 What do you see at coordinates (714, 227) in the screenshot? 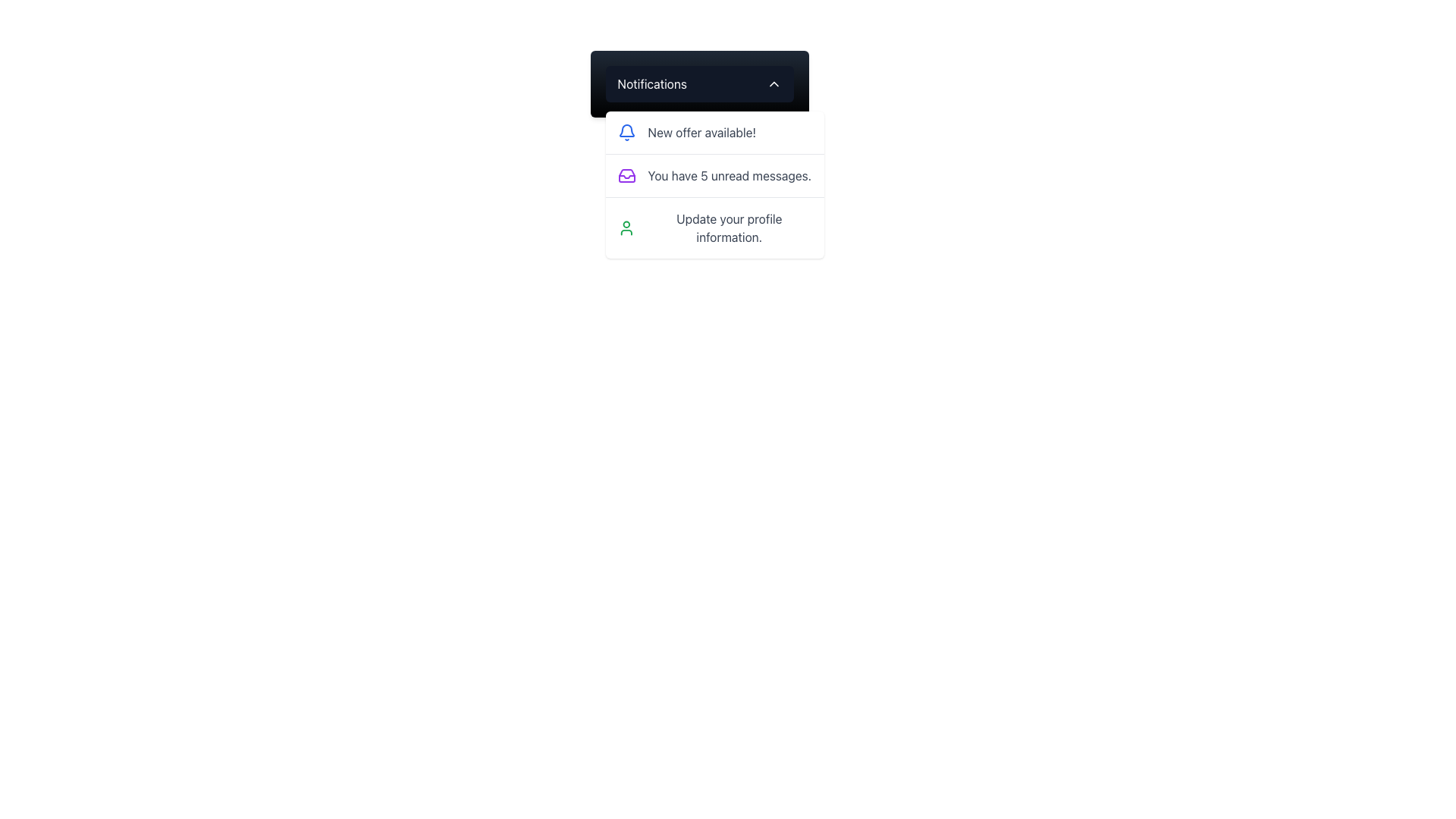
I see `the third notification item in the dropdown menu that provides options or information for updating profile details` at bounding box center [714, 227].